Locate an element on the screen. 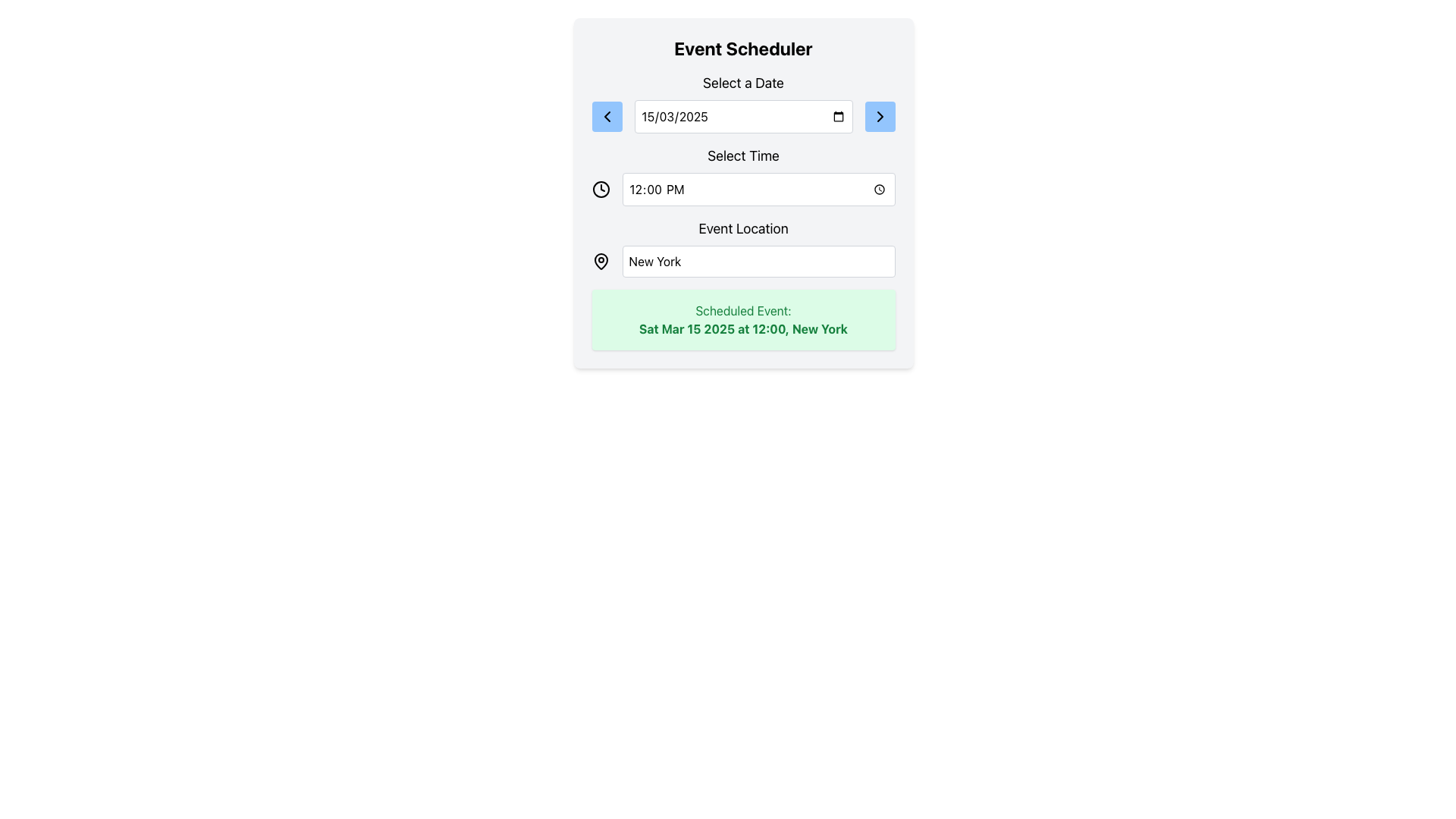 This screenshot has height=819, width=1456. the blue button with rounded corners featuring a right-chevron icon is located at coordinates (880, 116).